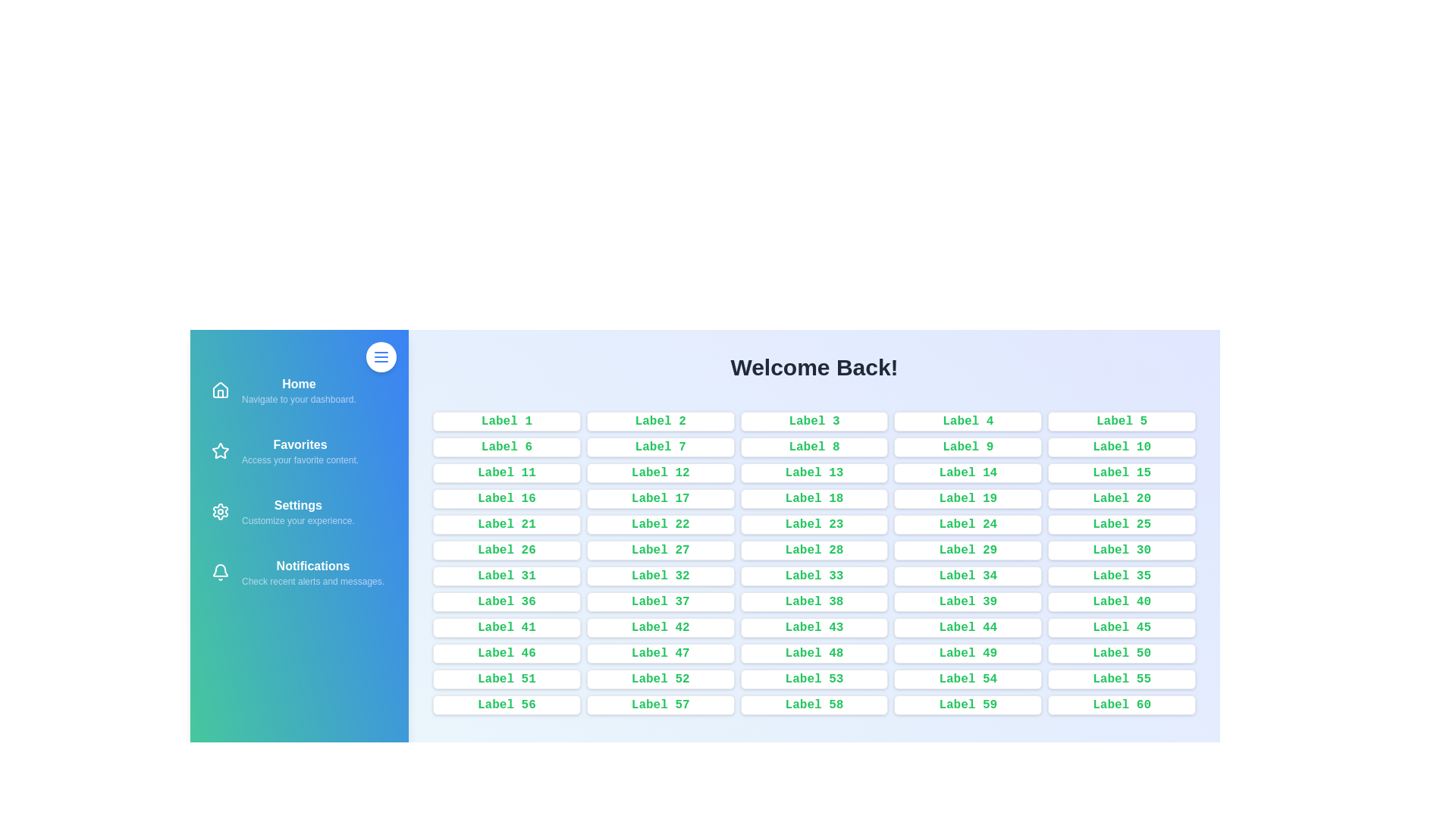  What do you see at coordinates (299, 390) in the screenshot?
I see `the navigation item Home` at bounding box center [299, 390].